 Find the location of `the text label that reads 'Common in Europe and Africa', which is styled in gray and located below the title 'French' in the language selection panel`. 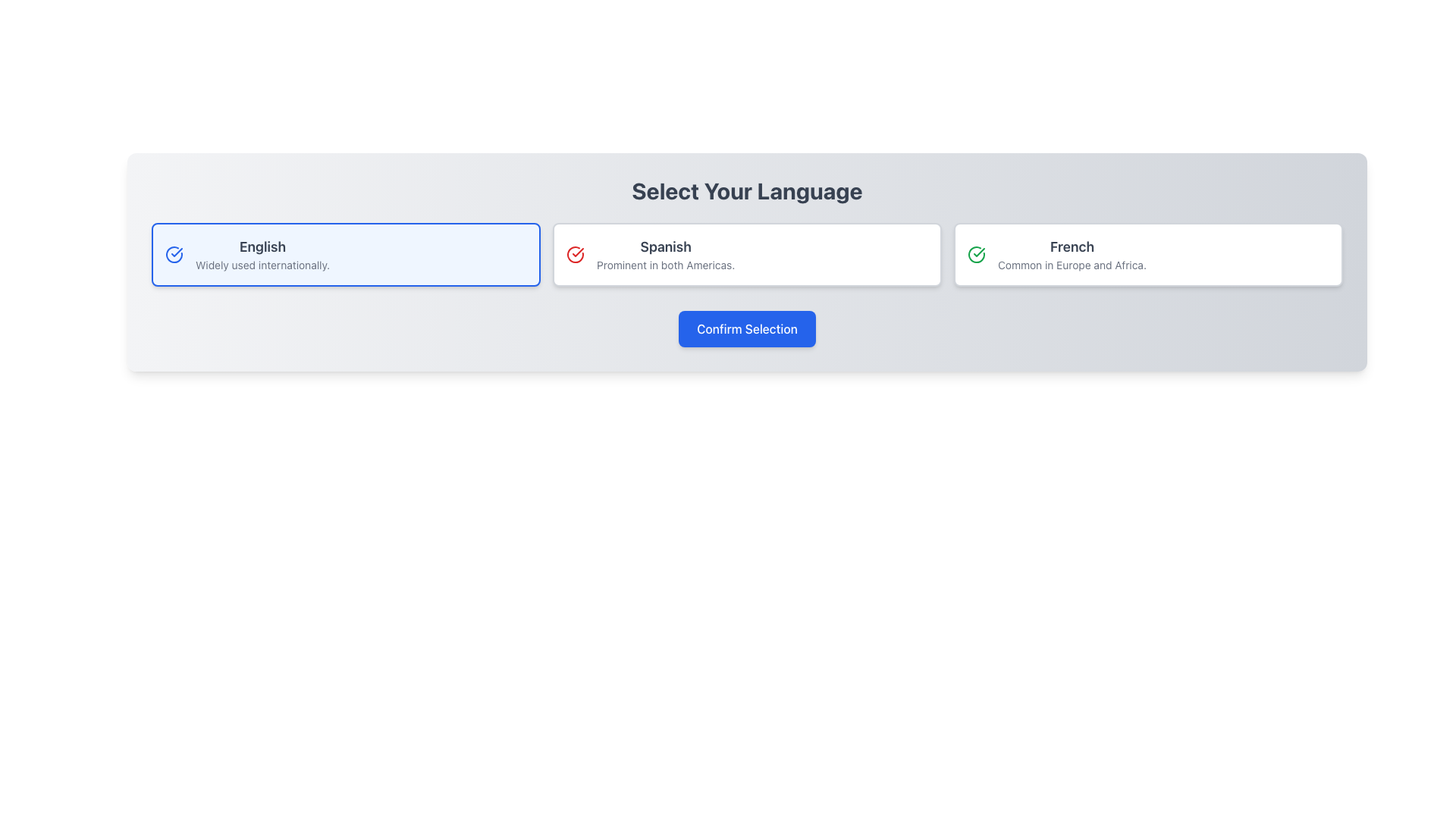

the text label that reads 'Common in Europe and Africa', which is styled in gray and located below the title 'French' in the language selection panel is located at coordinates (1072, 265).